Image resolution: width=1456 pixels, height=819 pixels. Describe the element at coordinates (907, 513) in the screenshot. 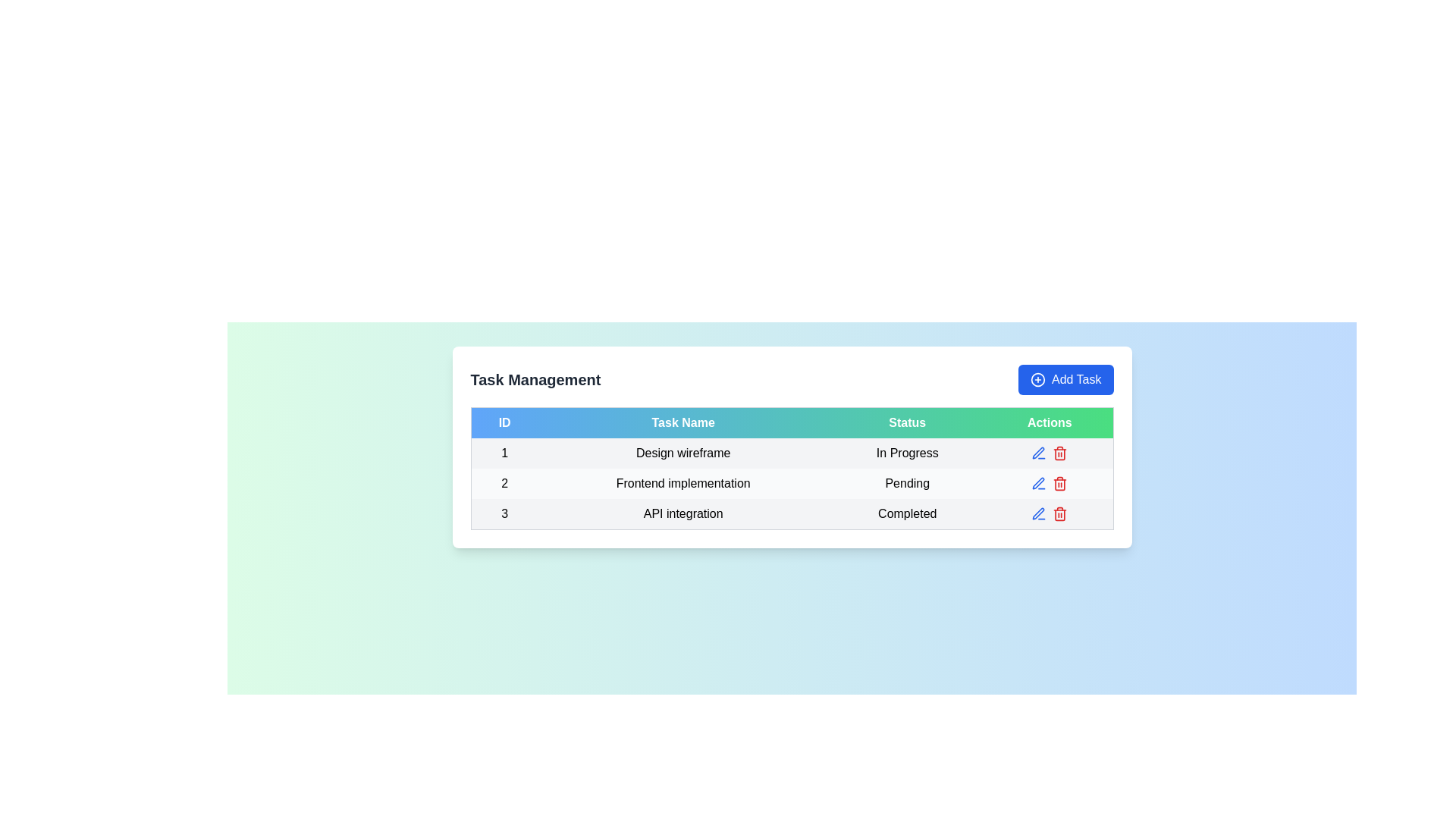

I see `the static text field indicating the completion status of the task 'API integration' located in the third row of the table under the 'Status' column` at that location.